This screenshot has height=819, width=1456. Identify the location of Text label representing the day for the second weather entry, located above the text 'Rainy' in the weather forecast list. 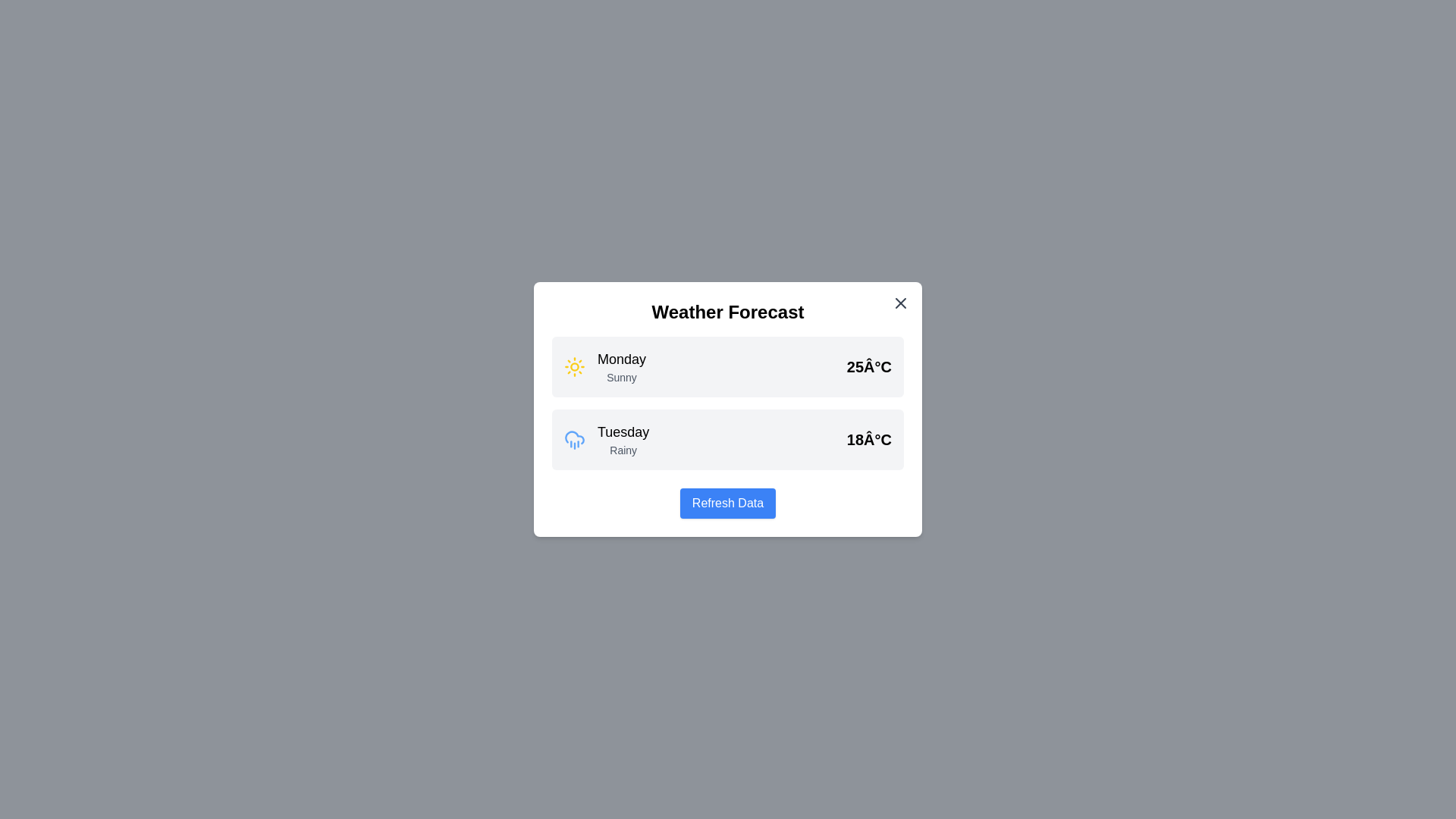
(623, 432).